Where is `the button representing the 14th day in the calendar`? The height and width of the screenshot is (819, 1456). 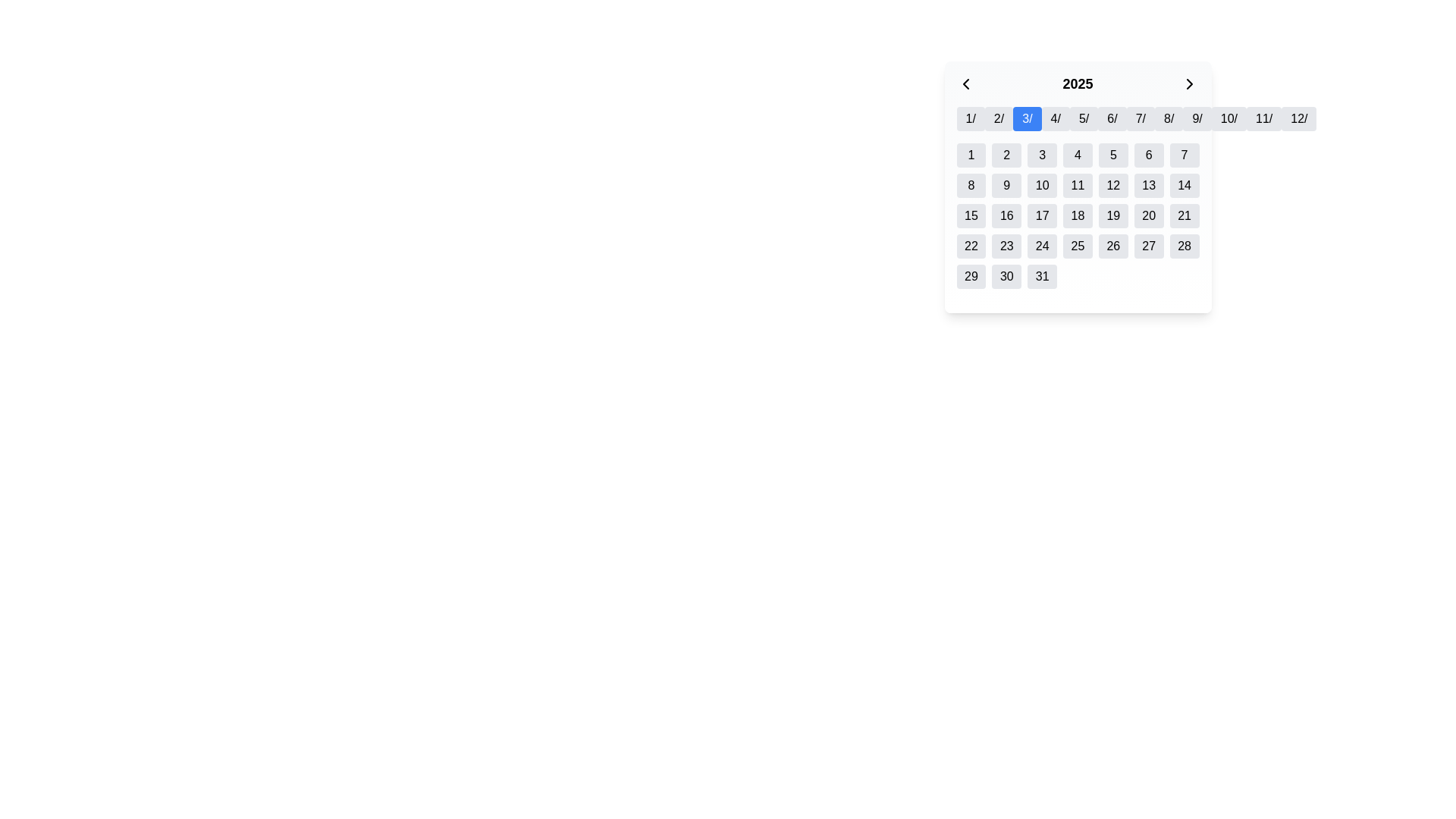
the button representing the 14th day in the calendar is located at coordinates (1184, 185).